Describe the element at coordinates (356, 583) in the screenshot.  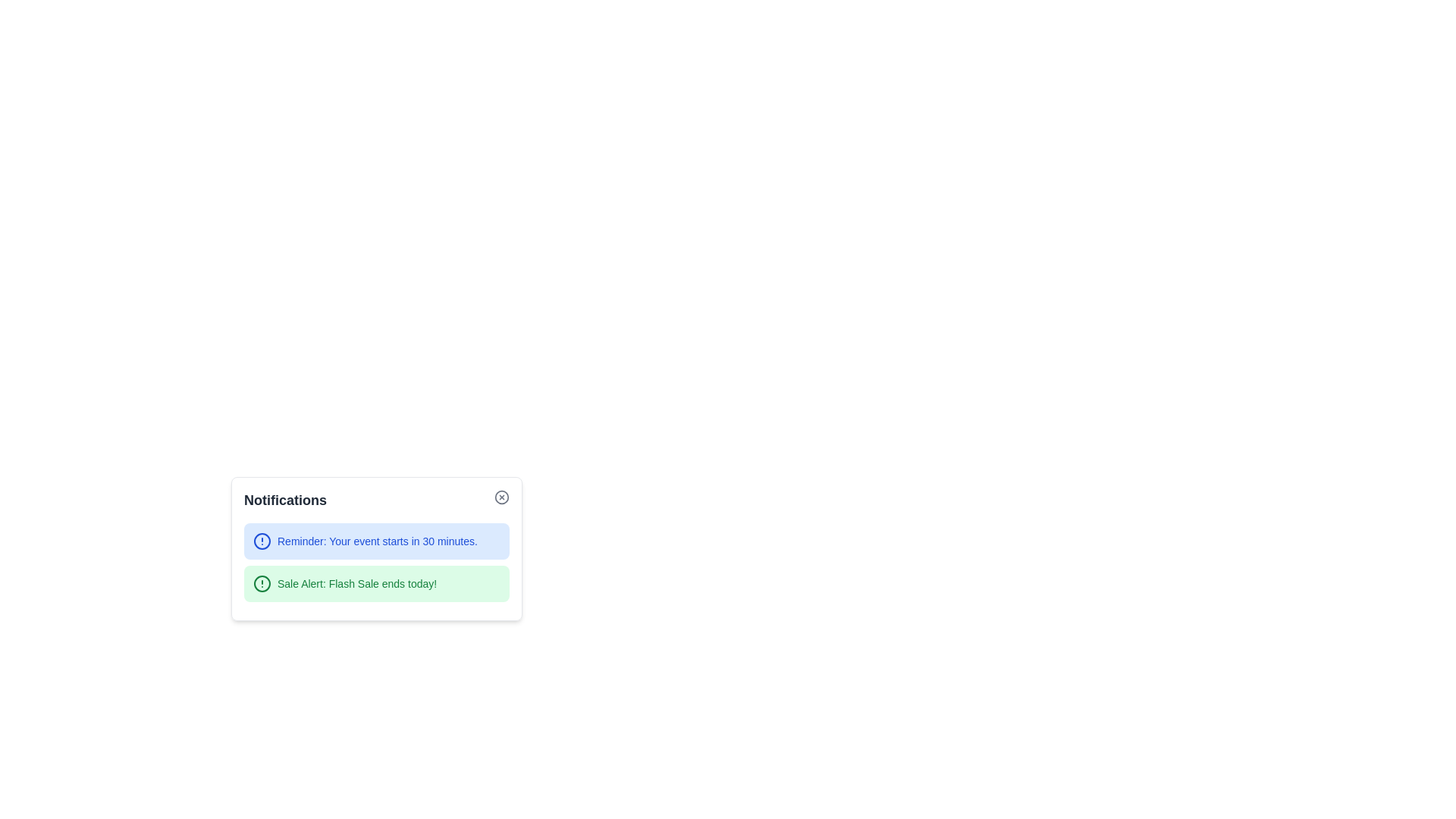
I see `the text component displaying 'Sale Alert: Flash Sale ends today!' which is styled in green and located within a green-highlighted notification box at the bottom of the interface` at that location.